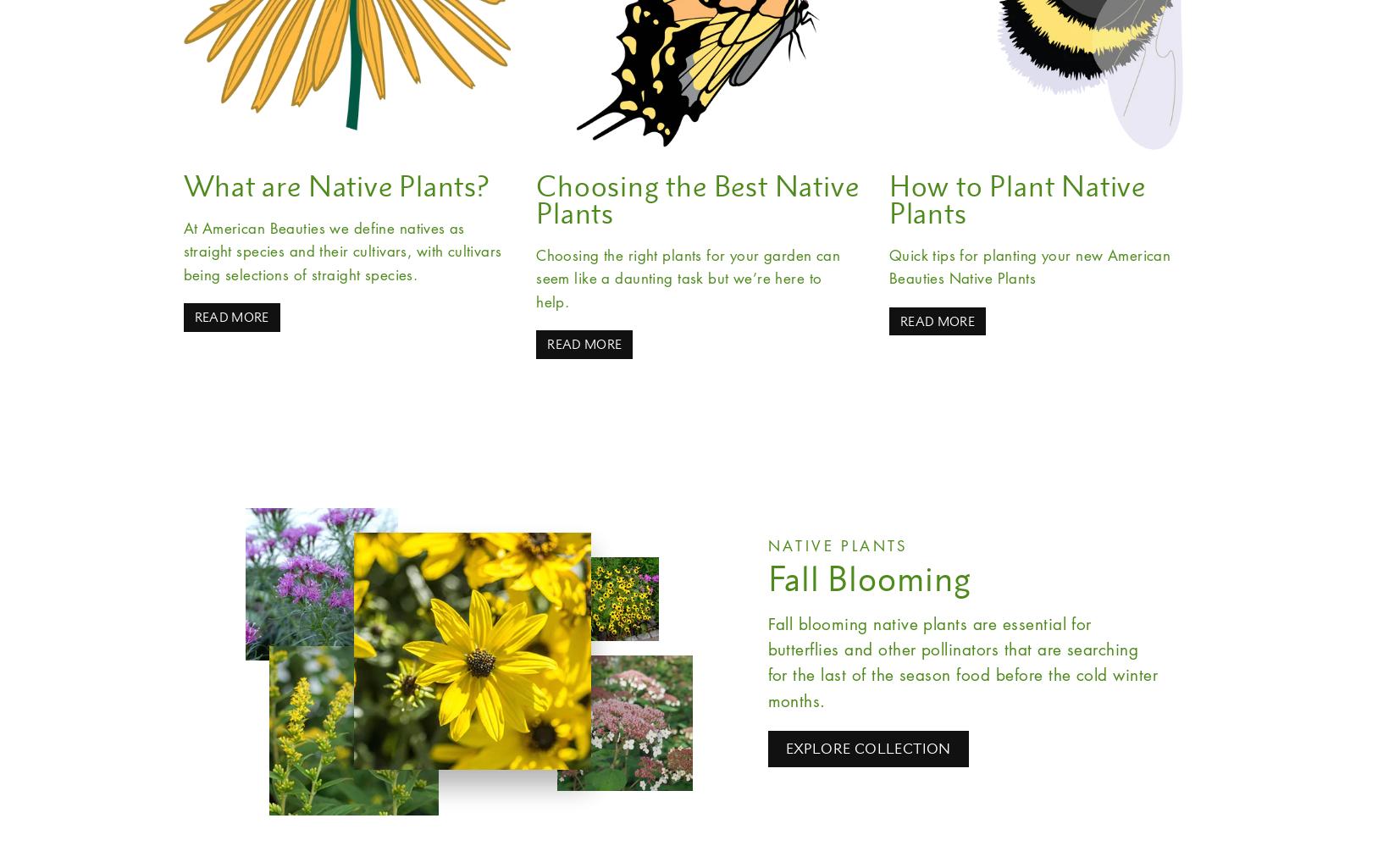  Describe the element at coordinates (1029, 266) in the screenshot. I see `'Quick tips for planting your new American Beauties Native Plants'` at that location.